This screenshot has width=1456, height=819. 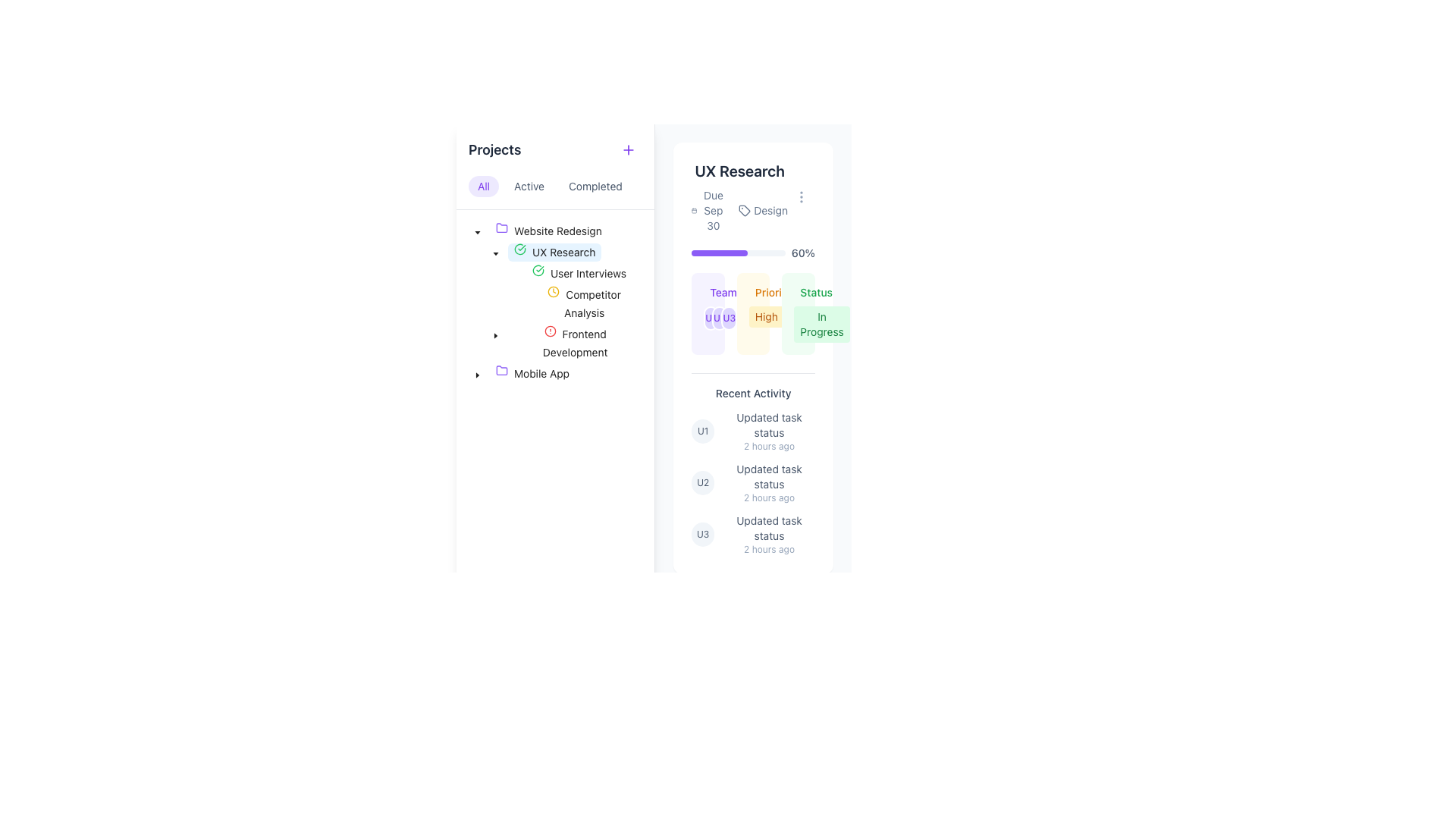 What do you see at coordinates (769, 497) in the screenshot?
I see `static text indicating the time of an activity update, which states that the update occurred 2 hours prior to the current time, located below the 'Updated task status' in the 'Recent Activity' section of item U2` at bounding box center [769, 497].